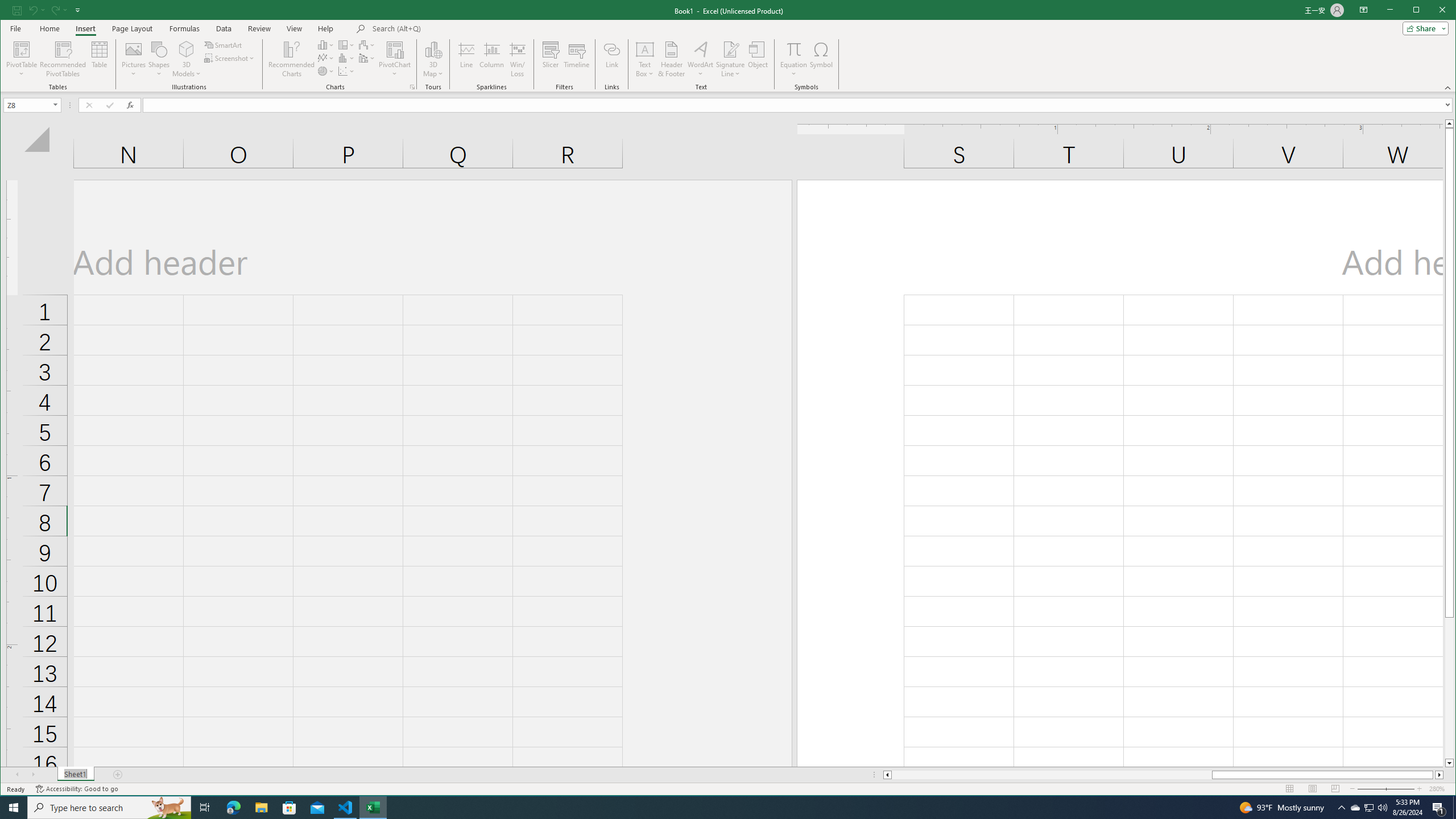 Image resolution: width=1456 pixels, height=819 pixels. Describe the element at coordinates (100, 59) in the screenshot. I see `'Table'` at that location.